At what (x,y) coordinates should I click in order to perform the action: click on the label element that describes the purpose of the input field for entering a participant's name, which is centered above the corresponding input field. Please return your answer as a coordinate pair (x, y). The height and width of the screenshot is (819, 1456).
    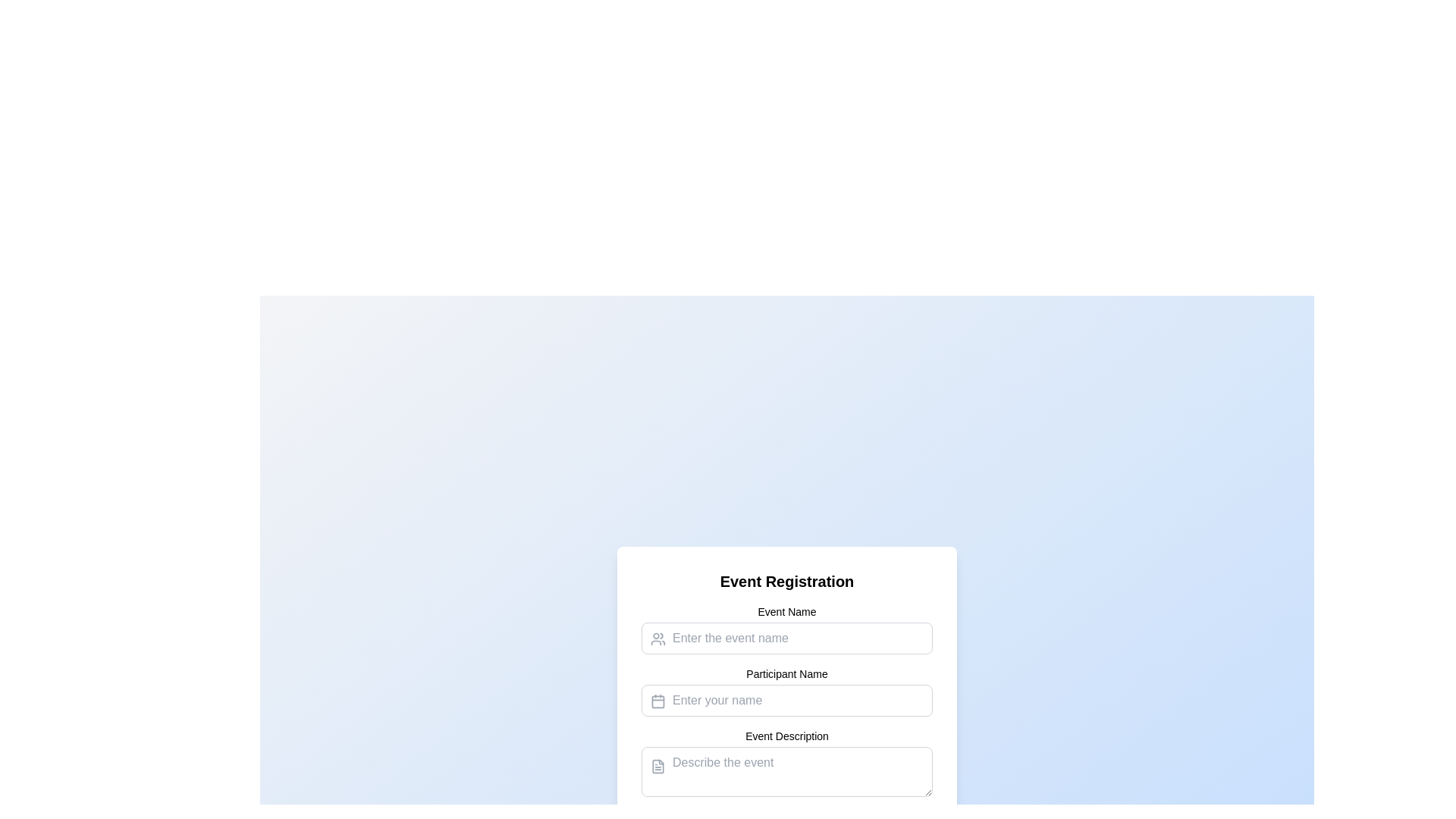
    Looking at the image, I should click on (786, 673).